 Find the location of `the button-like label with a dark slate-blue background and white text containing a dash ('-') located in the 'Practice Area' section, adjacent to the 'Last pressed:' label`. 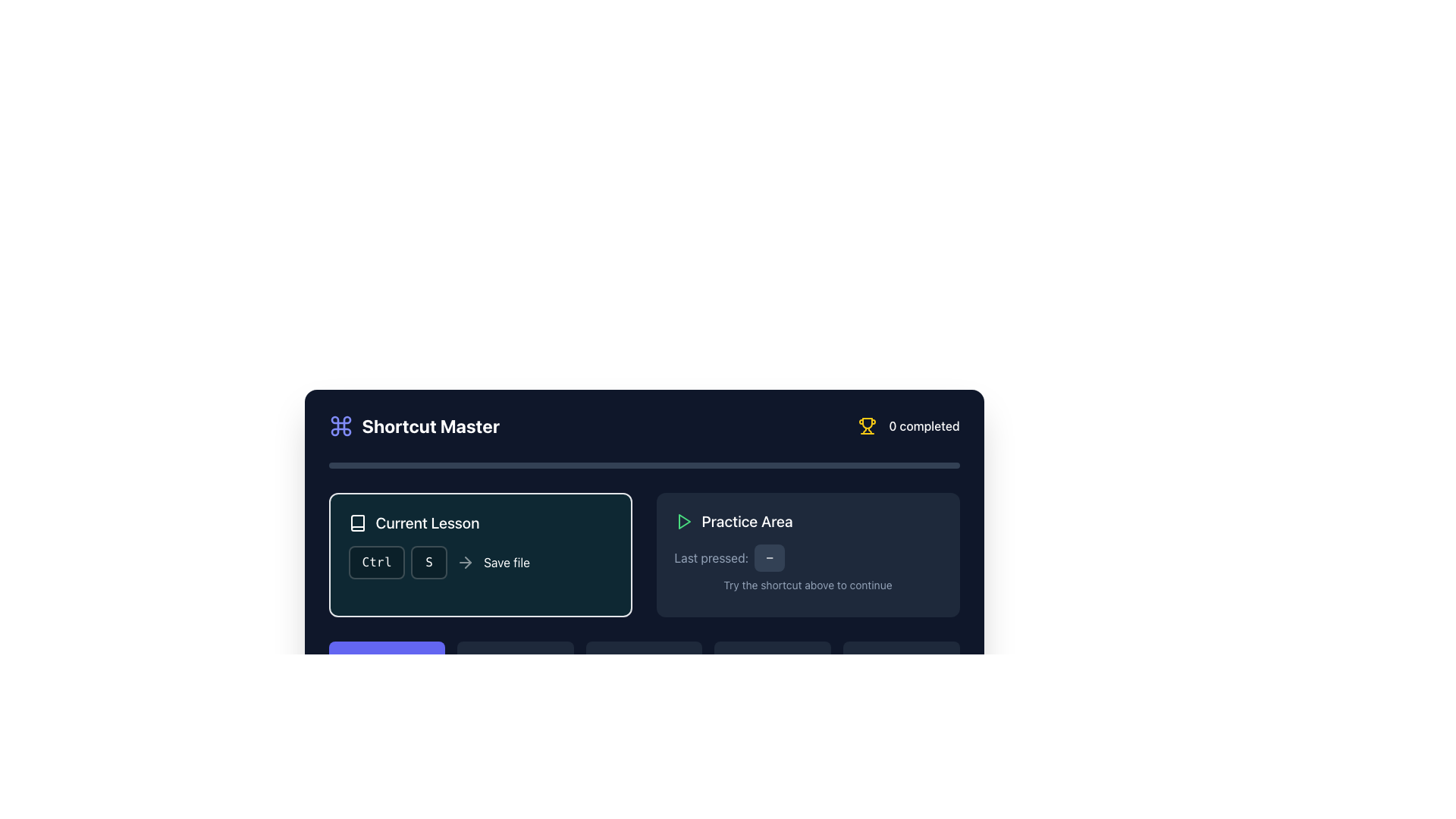

the button-like label with a dark slate-blue background and white text containing a dash ('-') located in the 'Practice Area' section, adjacent to the 'Last pressed:' label is located at coordinates (770, 558).